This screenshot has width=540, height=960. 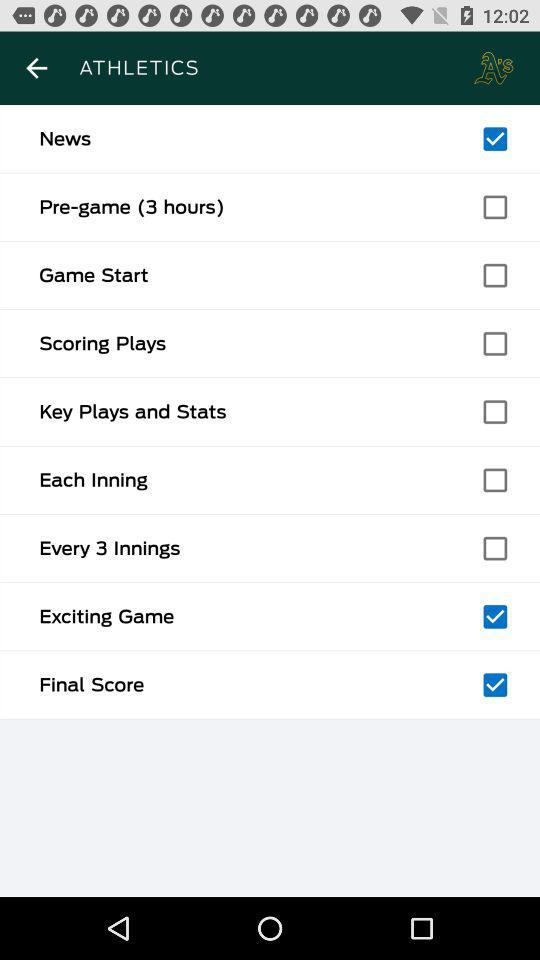 What do you see at coordinates (494, 207) in the screenshot?
I see `select` at bounding box center [494, 207].